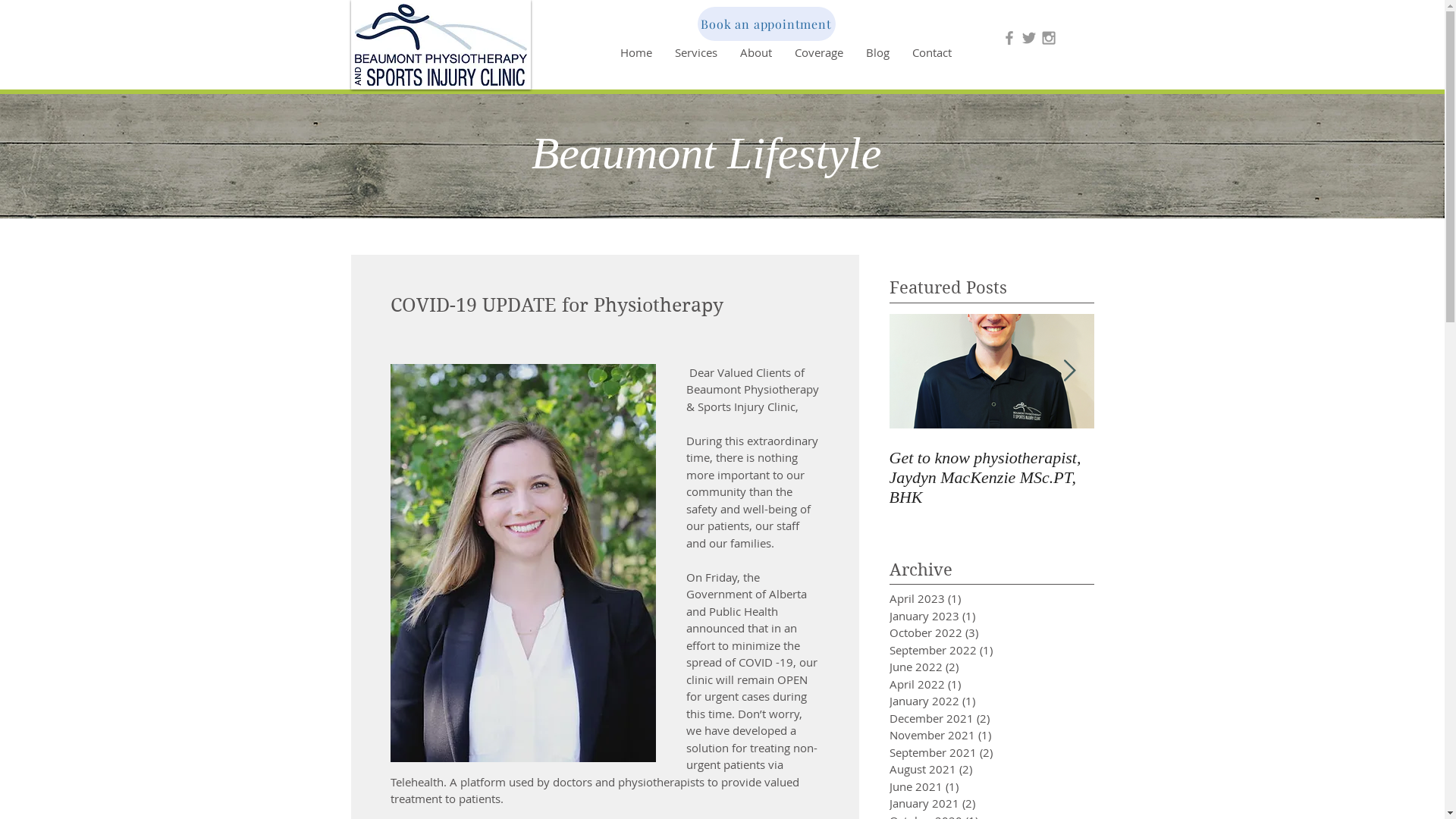  I want to click on 'January 2023 (1)', so click(888, 616).